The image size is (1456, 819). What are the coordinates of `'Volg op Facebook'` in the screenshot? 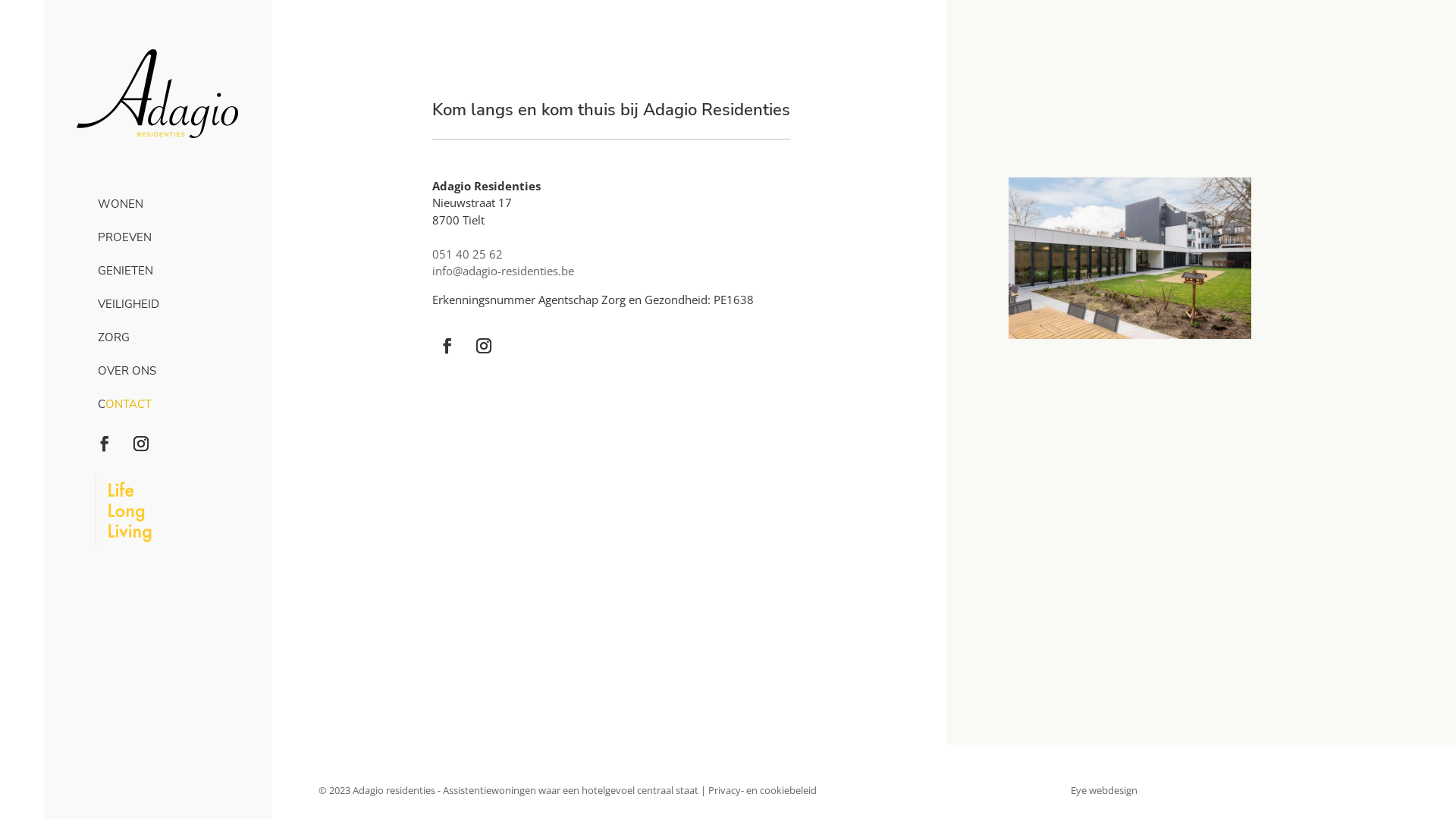 It's located at (447, 345).